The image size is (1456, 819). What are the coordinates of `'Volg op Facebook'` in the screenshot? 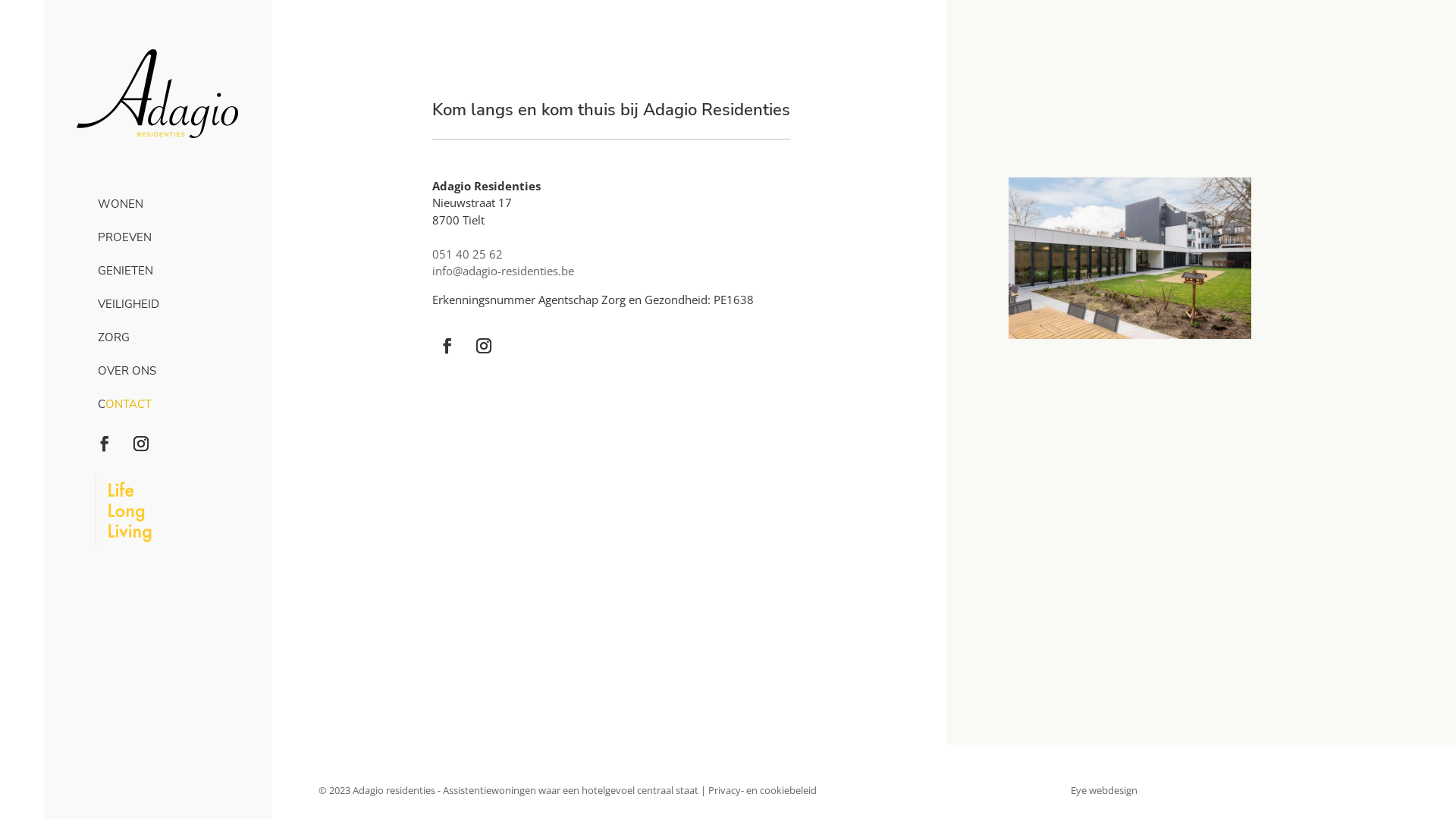 It's located at (447, 345).